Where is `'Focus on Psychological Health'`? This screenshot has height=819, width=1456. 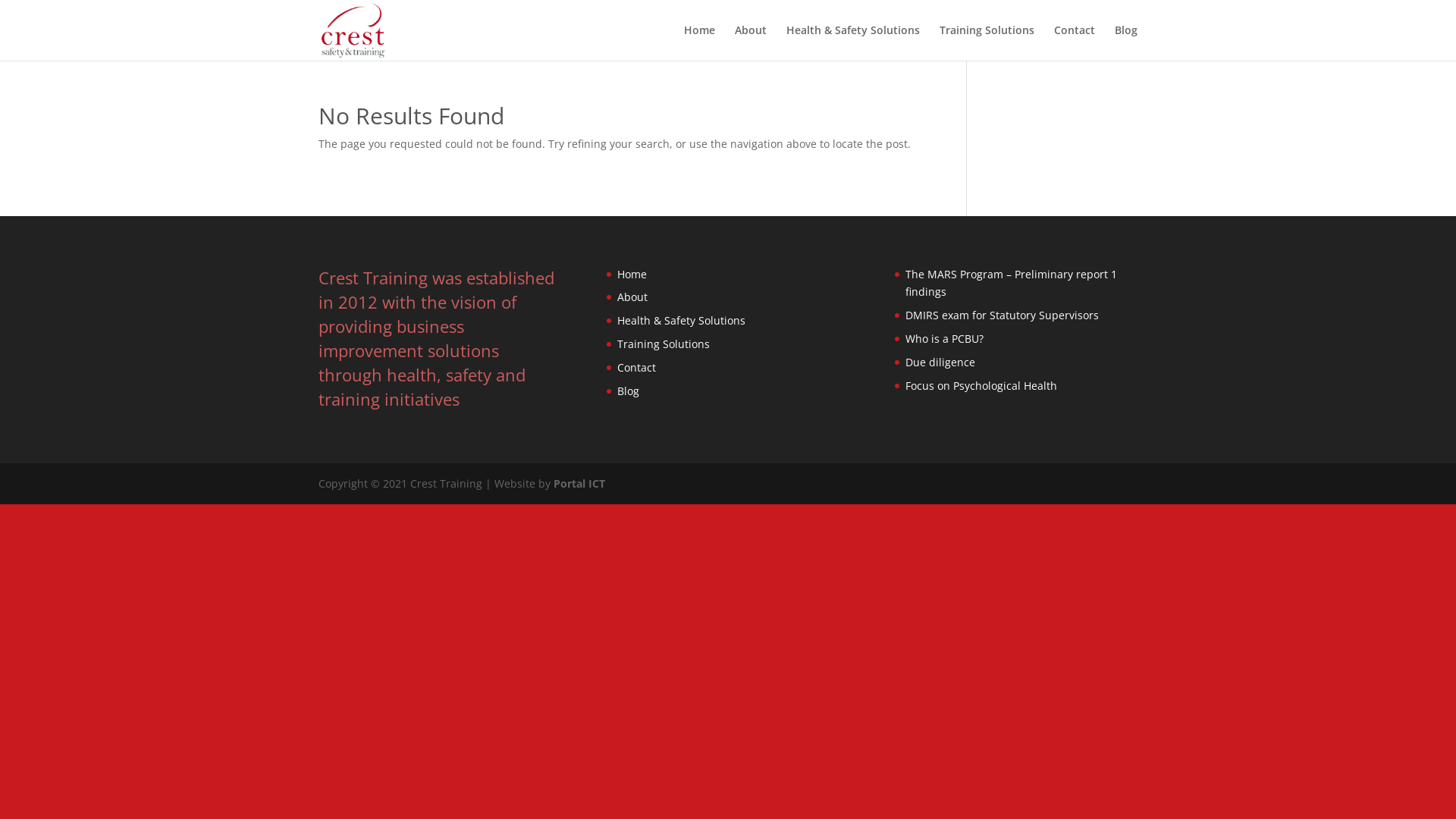
'Focus on Psychological Health' is located at coordinates (981, 384).